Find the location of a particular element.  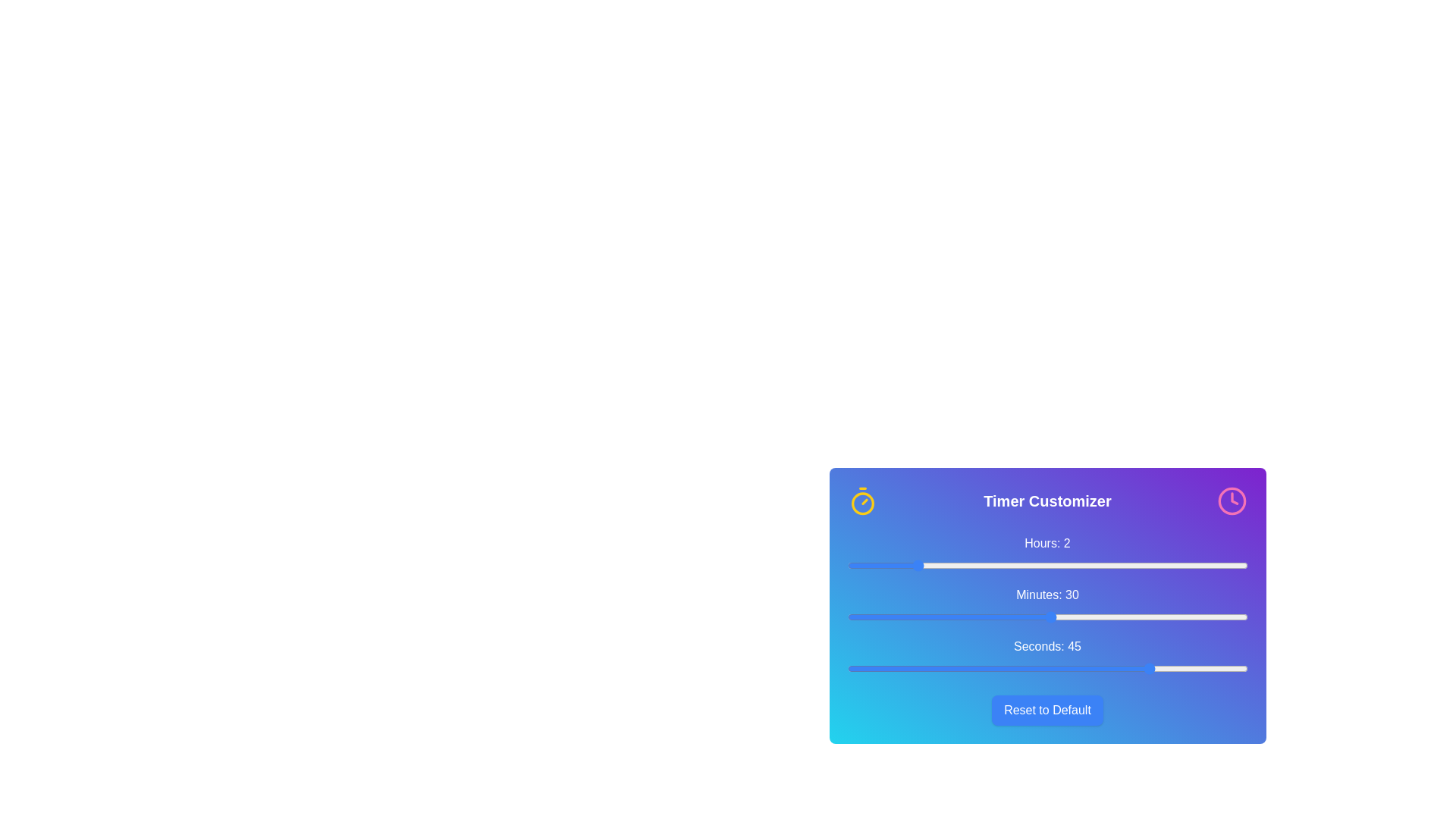

clock icon at the top-right of the Timer Customizer component is located at coordinates (1232, 500).